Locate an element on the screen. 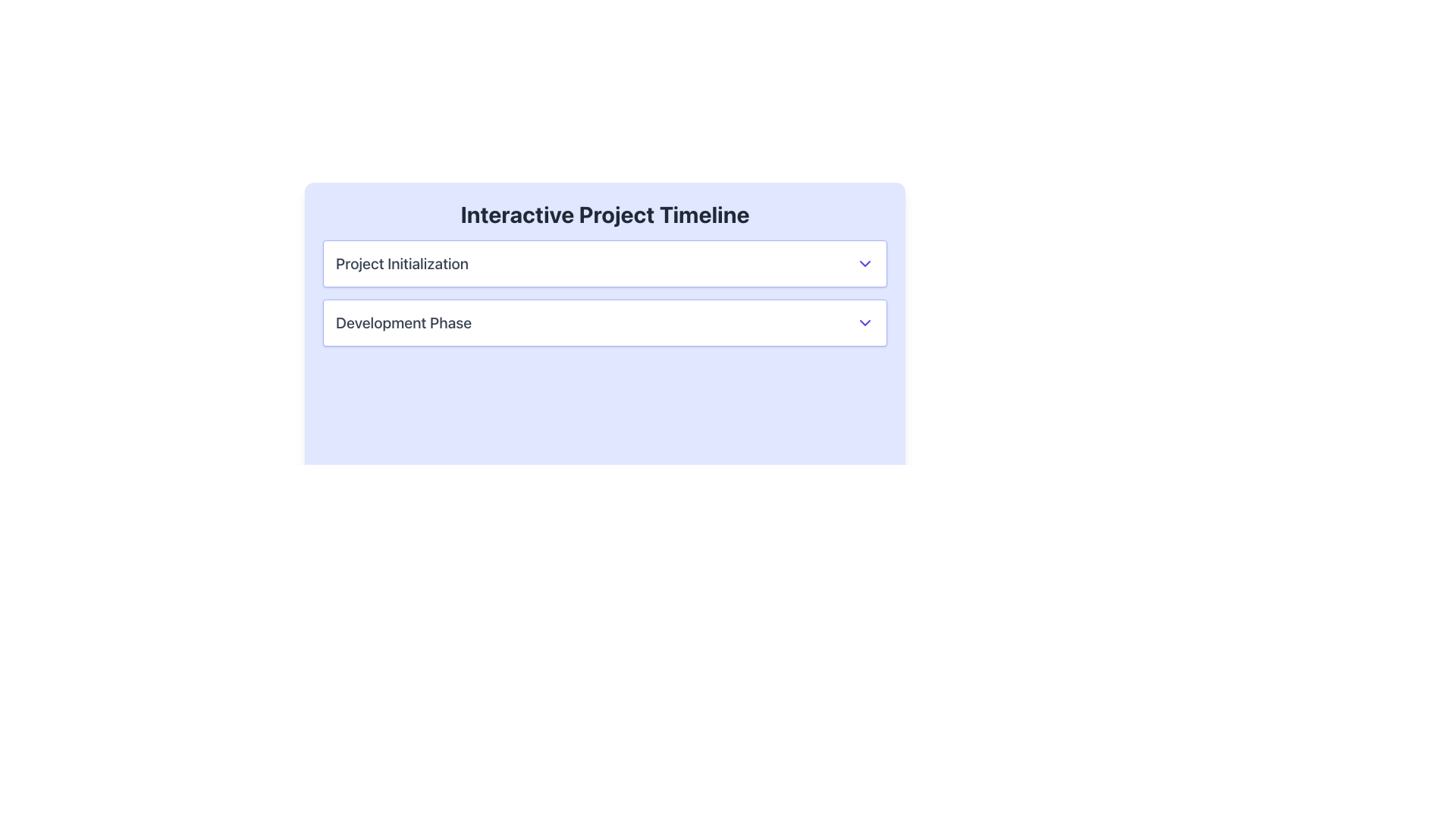 Image resolution: width=1456 pixels, height=819 pixels. the text block that serves as the descriptive title or heading for the interface section, positioned at the top and above the list items labeled 'Project Initialization' and 'Development Phase' is located at coordinates (604, 214).